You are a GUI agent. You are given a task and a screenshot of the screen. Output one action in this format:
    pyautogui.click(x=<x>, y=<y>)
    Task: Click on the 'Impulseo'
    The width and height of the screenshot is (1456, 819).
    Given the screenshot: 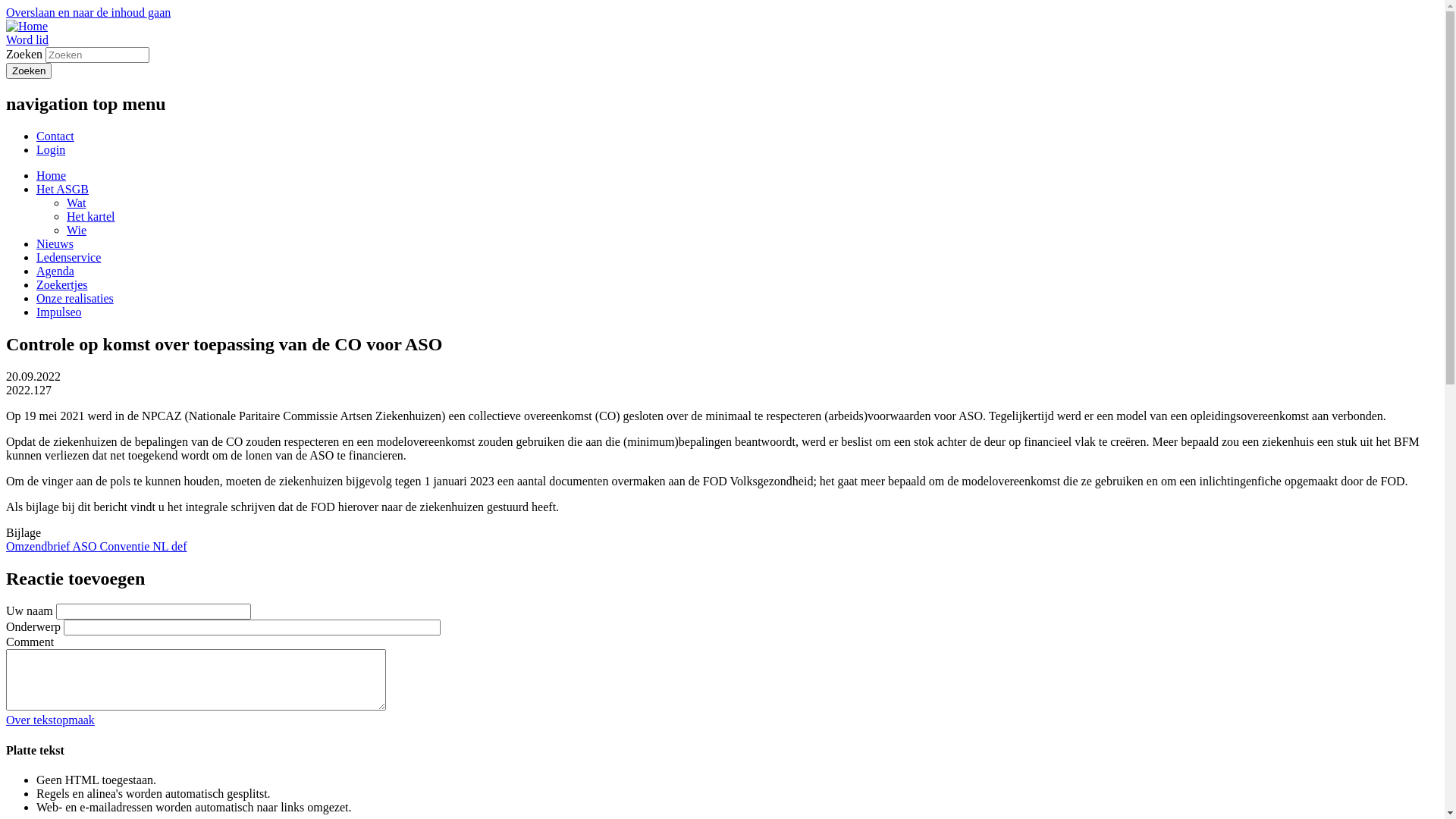 What is the action you would take?
    pyautogui.click(x=36, y=311)
    